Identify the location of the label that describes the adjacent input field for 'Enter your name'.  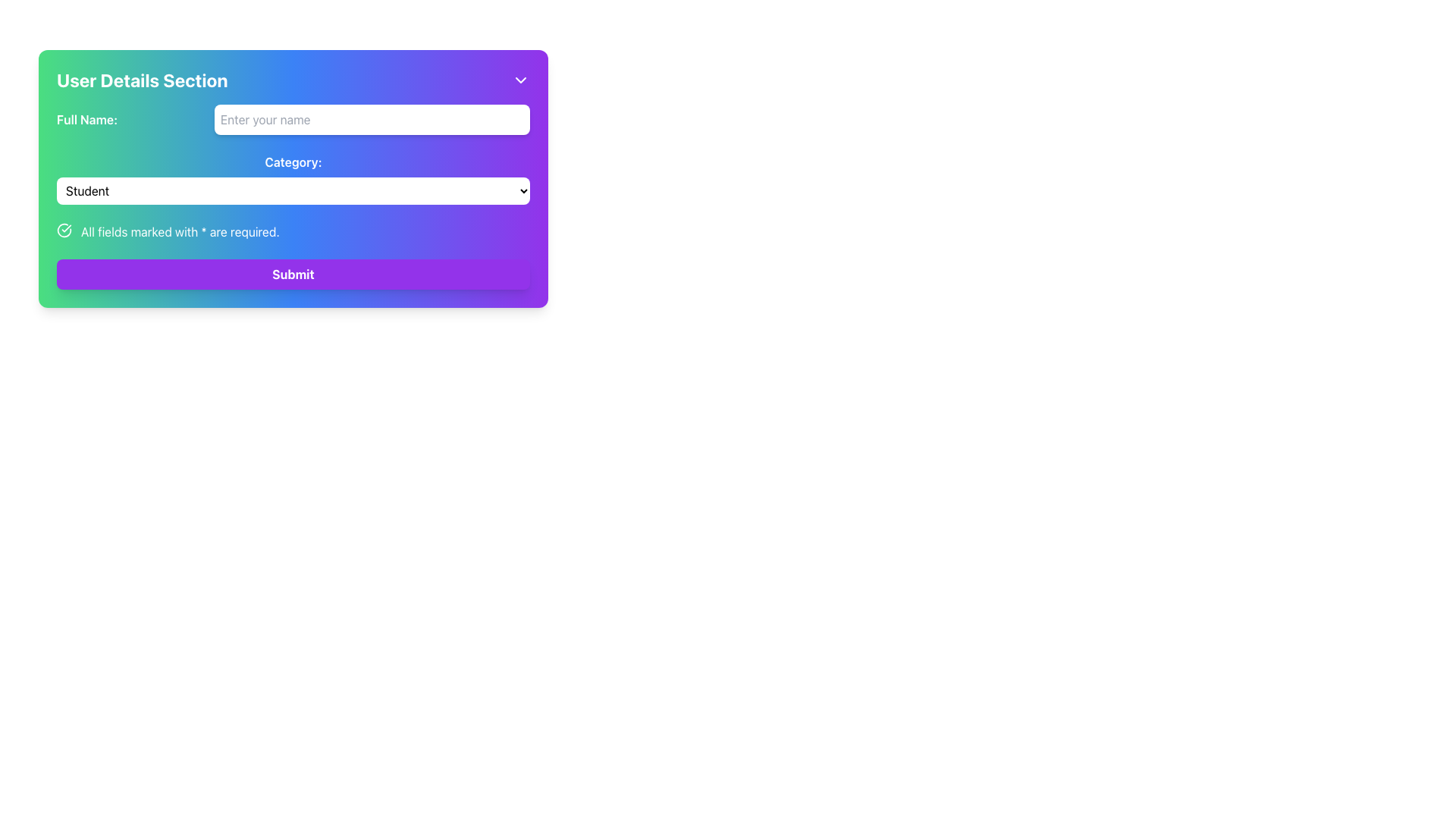
(86, 119).